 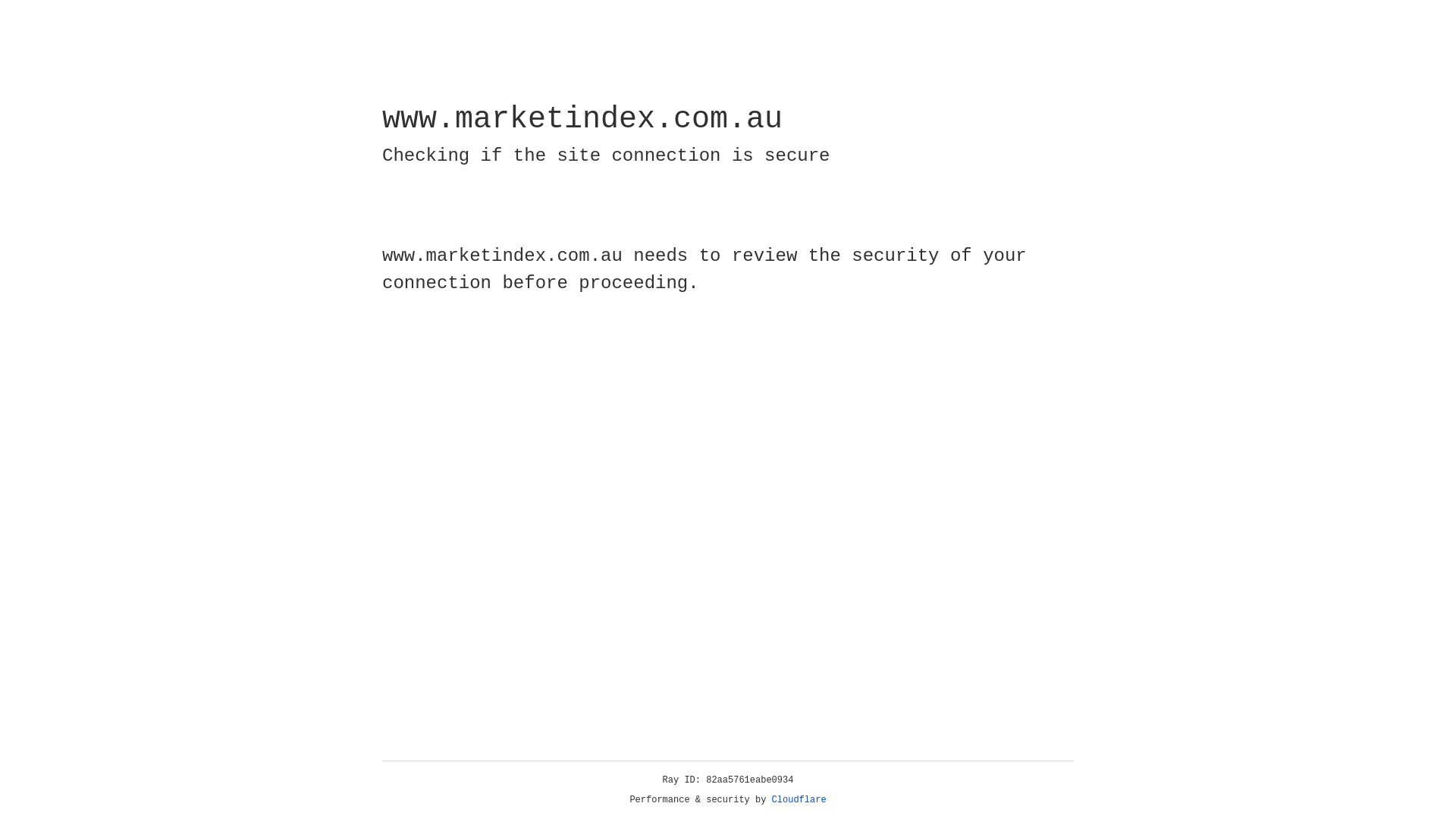 I want to click on 'Cloudflare', so click(x=799, y=799).